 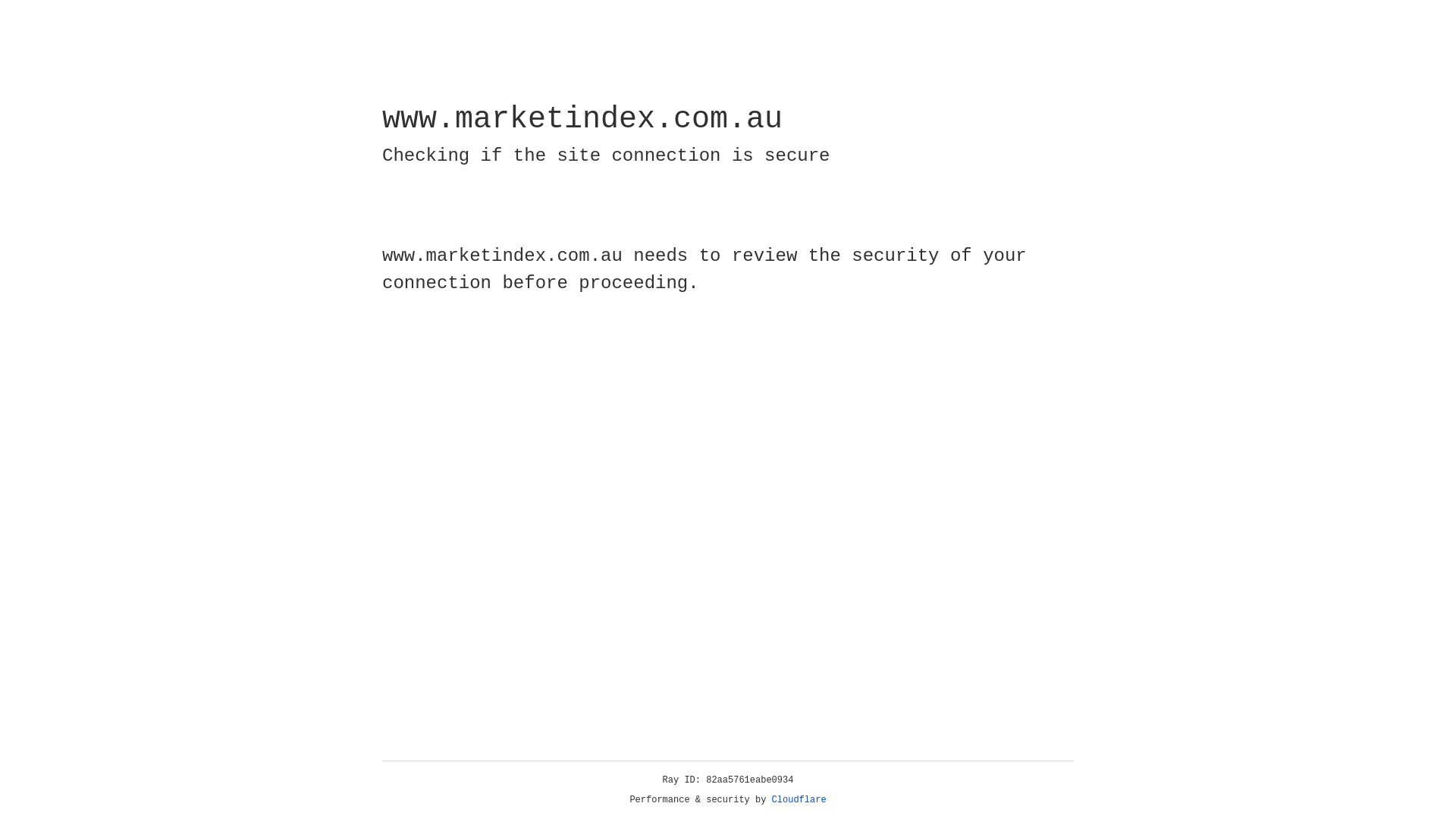 I want to click on 'Cloudflare', so click(x=799, y=799).